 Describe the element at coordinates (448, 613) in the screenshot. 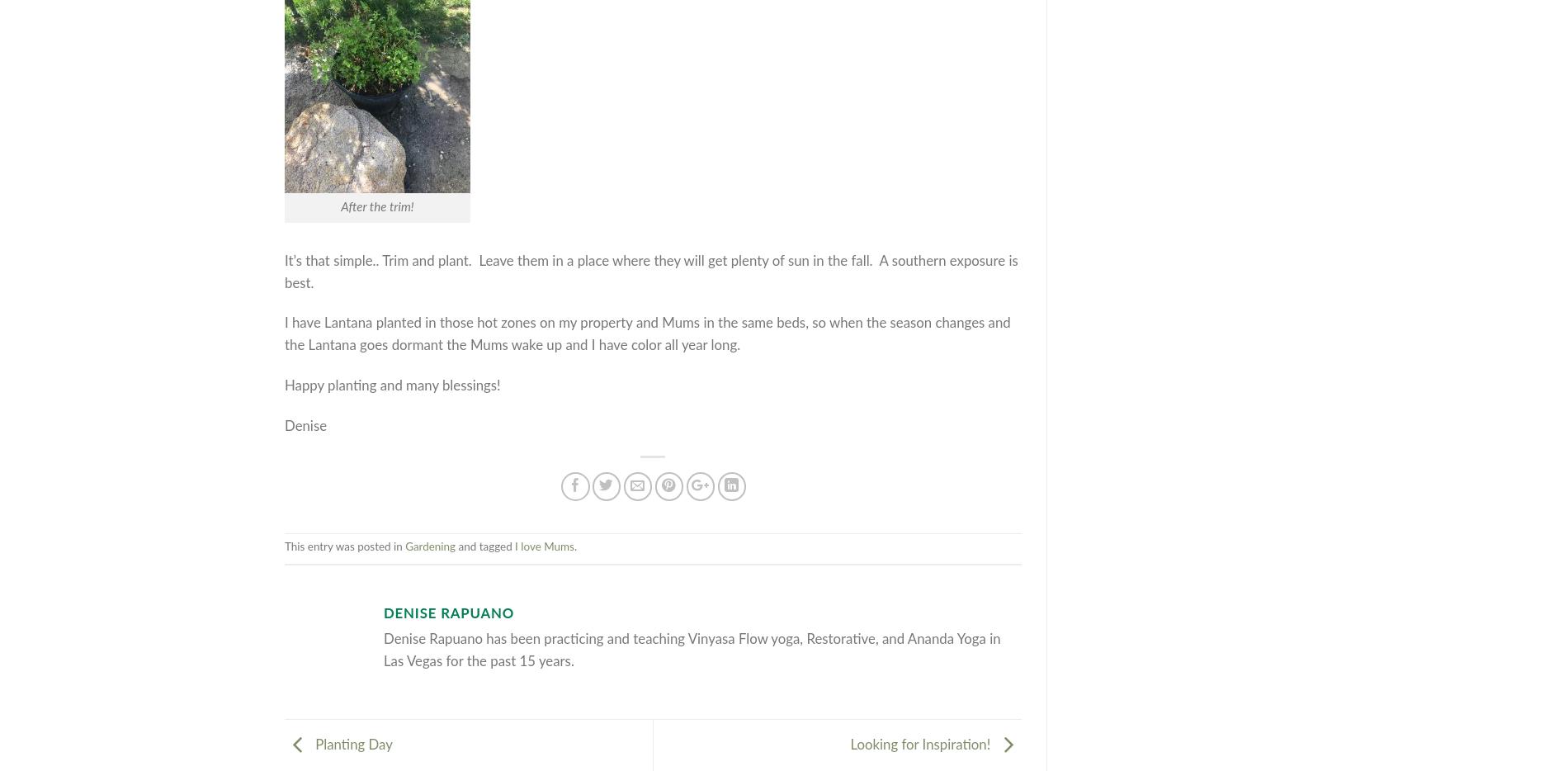

I see `'Denise Rapuano'` at that location.